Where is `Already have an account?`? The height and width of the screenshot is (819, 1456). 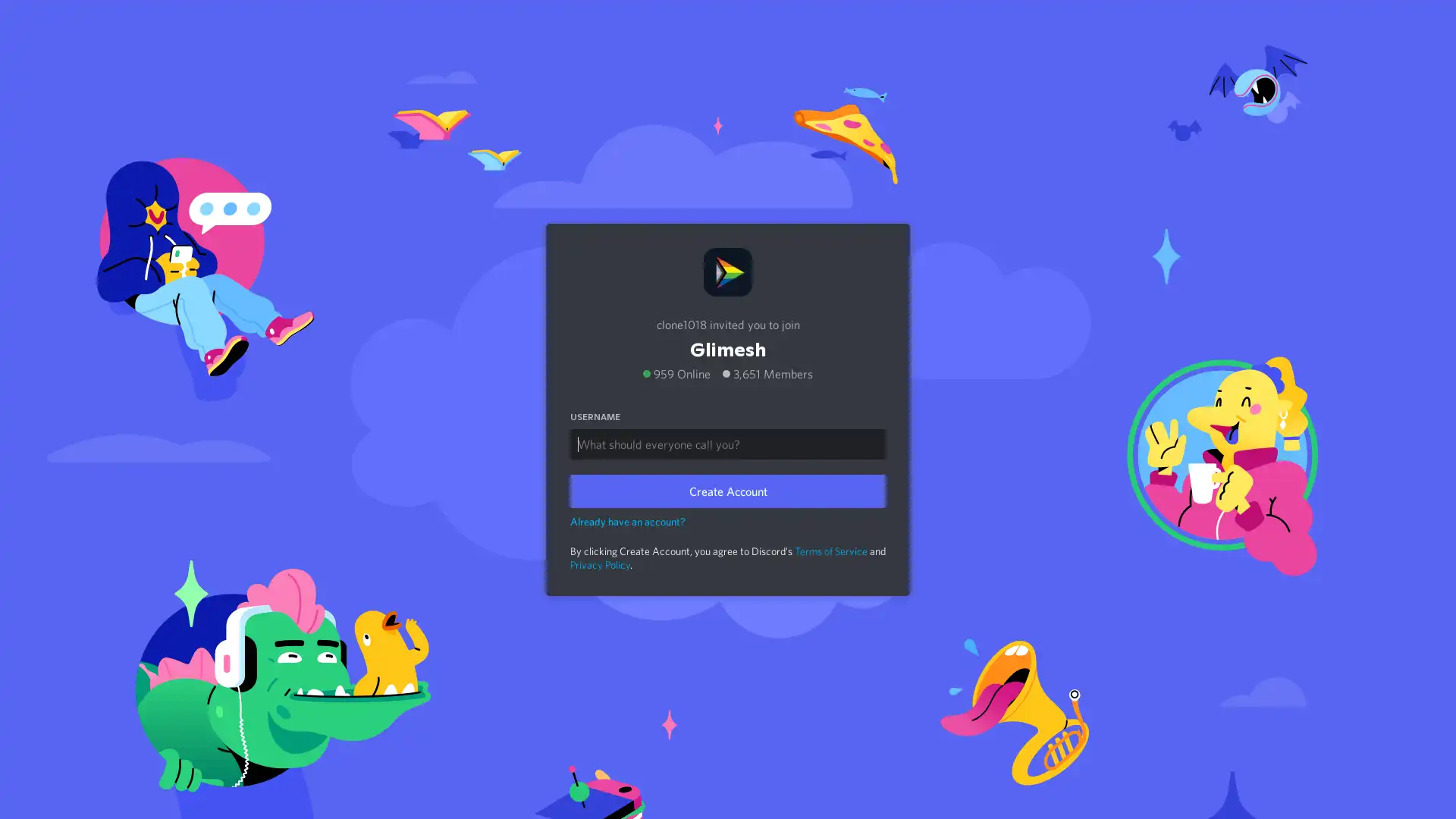
Already have an account? is located at coordinates (628, 519).